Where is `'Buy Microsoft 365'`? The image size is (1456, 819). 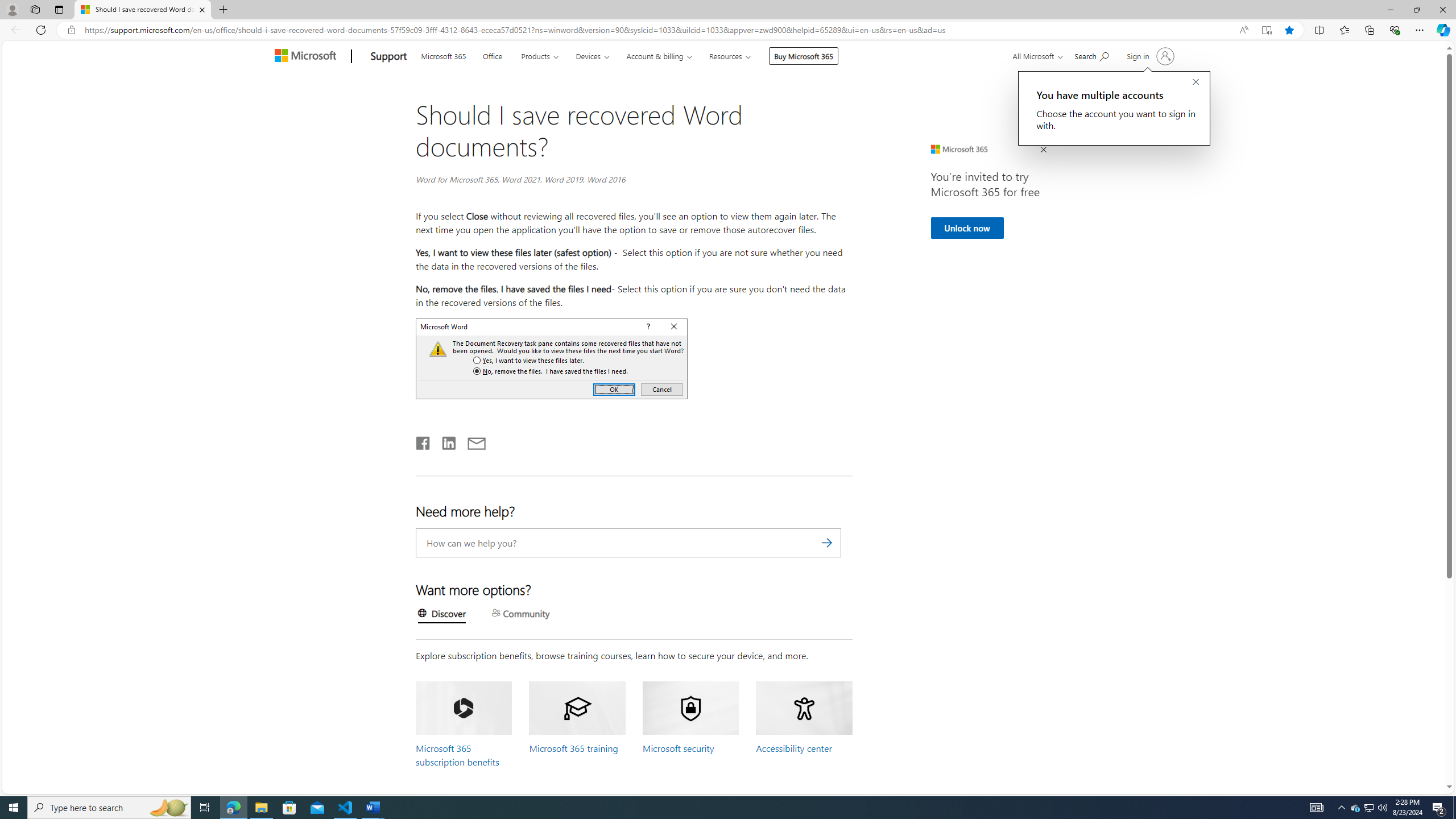
'Buy Microsoft 365' is located at coordinates (804, 55).